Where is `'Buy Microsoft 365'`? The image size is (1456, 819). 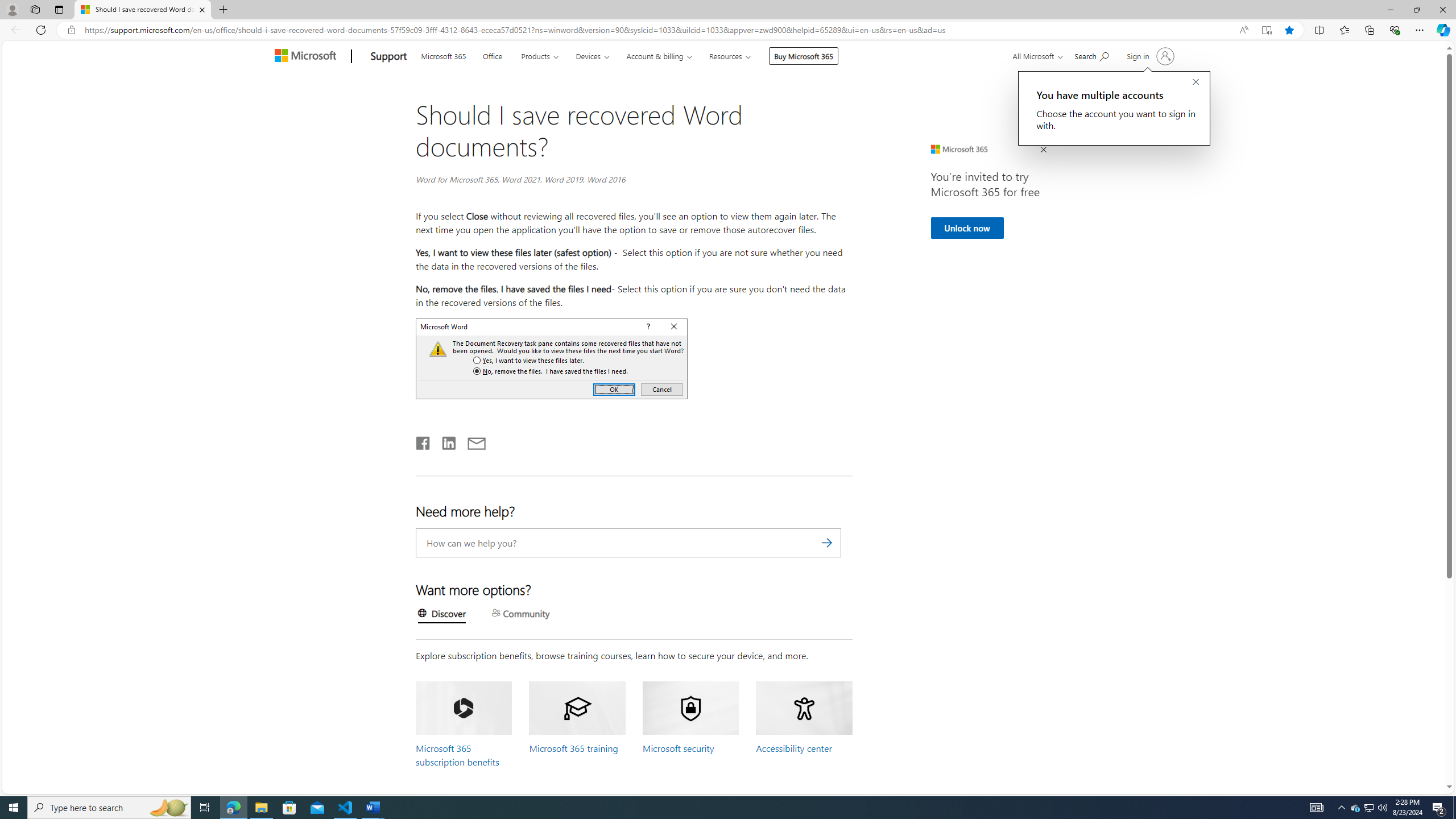
'Buy Microsoft 365' is located at coordinates (804, 55).